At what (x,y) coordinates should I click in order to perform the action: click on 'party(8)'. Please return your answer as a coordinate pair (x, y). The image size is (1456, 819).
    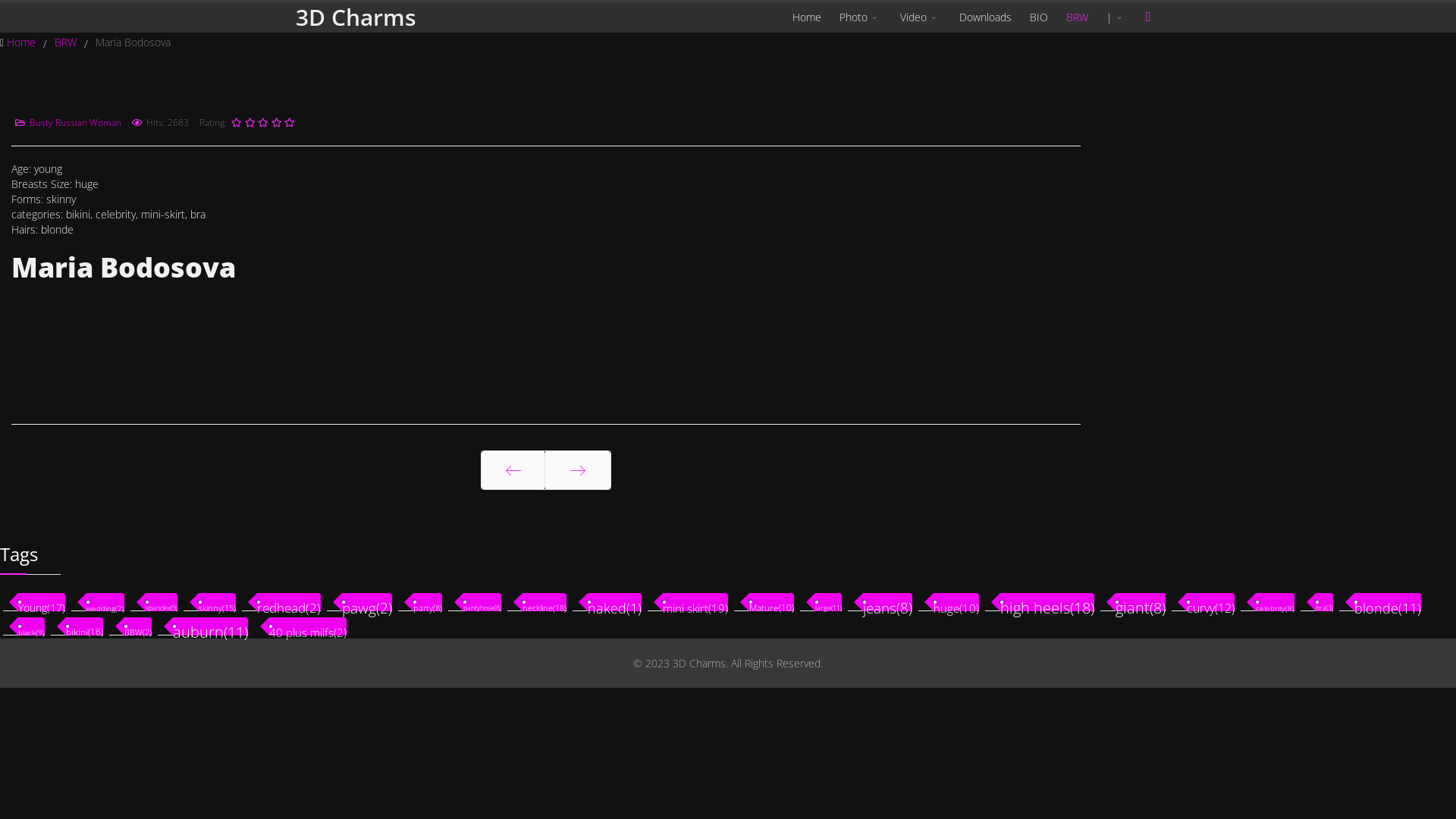
    Looking at the image, I should click on (427, 601).